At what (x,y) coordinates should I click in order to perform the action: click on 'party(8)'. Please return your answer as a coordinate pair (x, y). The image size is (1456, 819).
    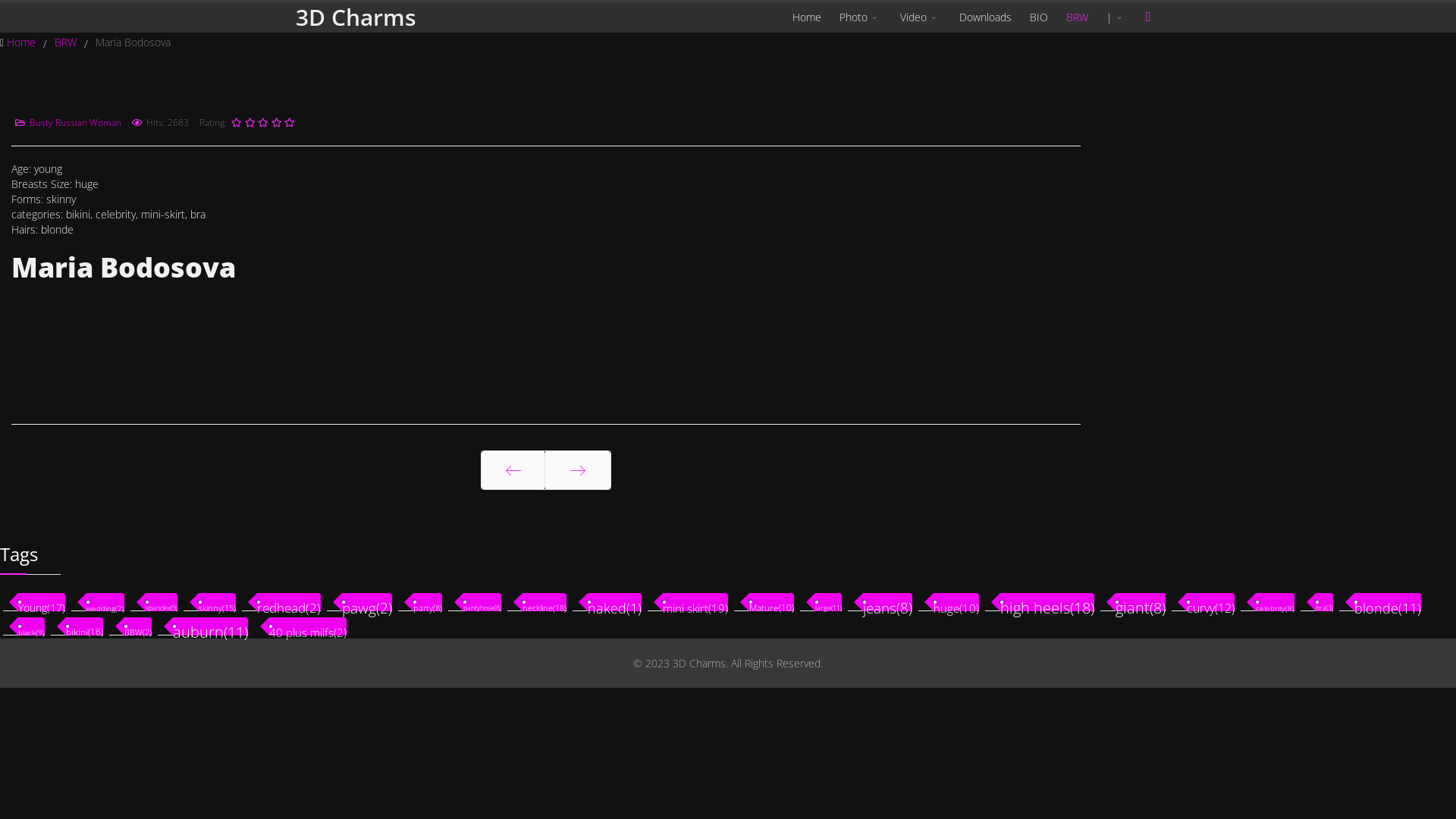
    Looking at the image, I should click on (427, 601).